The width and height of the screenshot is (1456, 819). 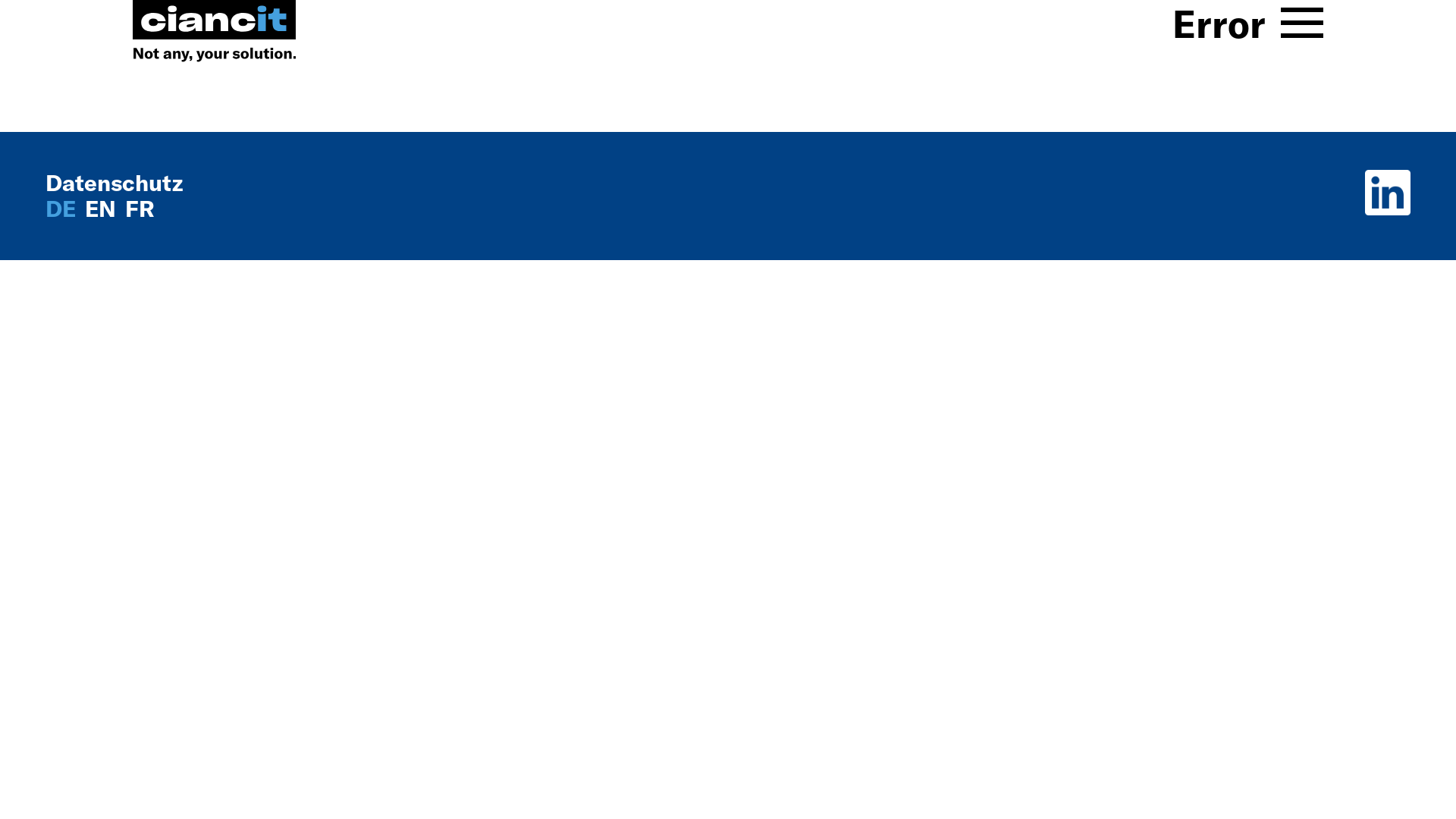 I want to click on 'EN', so click(x=102, y=208).